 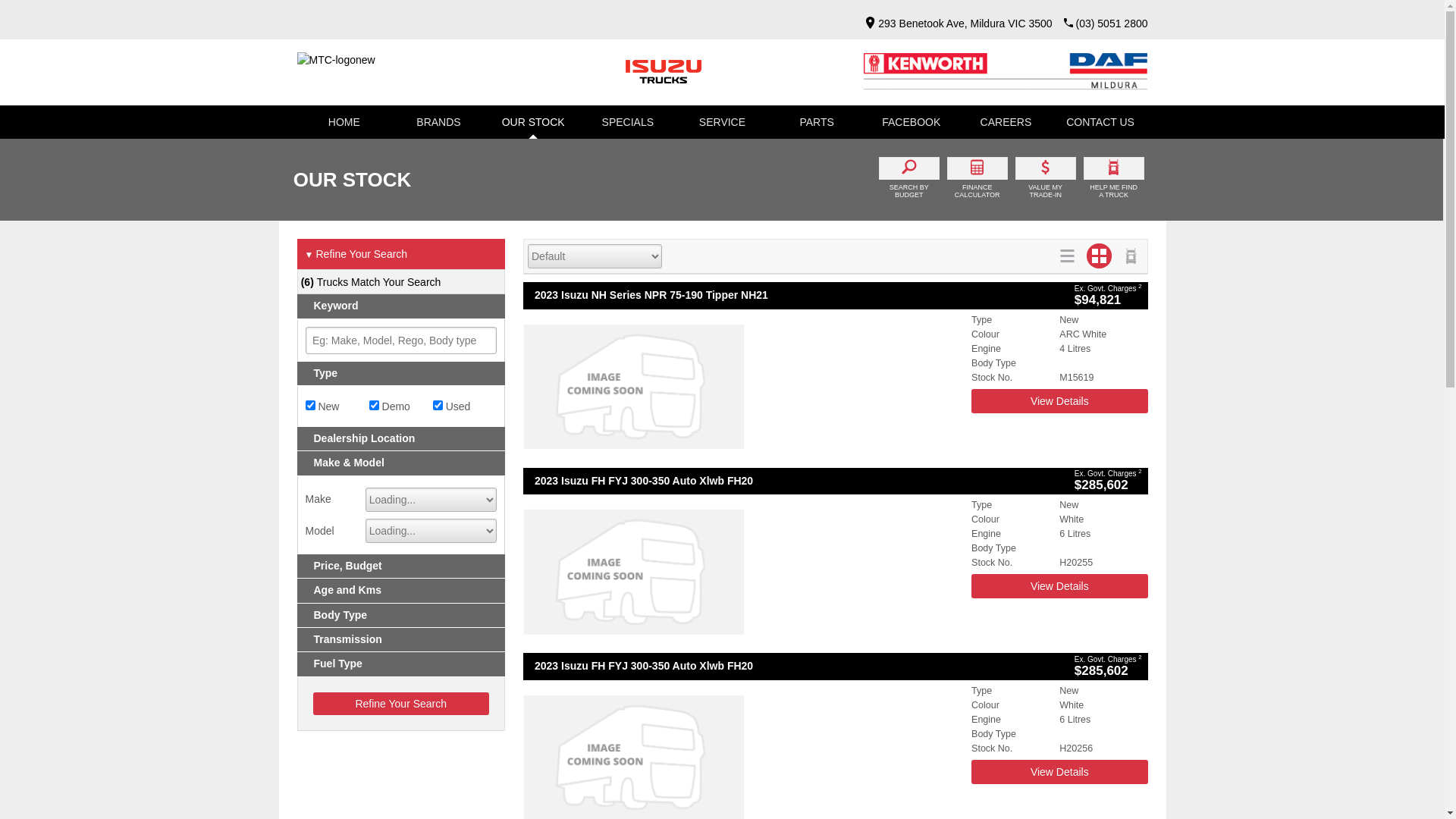 I want to click on 'CONTACT US', so click(x=1100, y=121).